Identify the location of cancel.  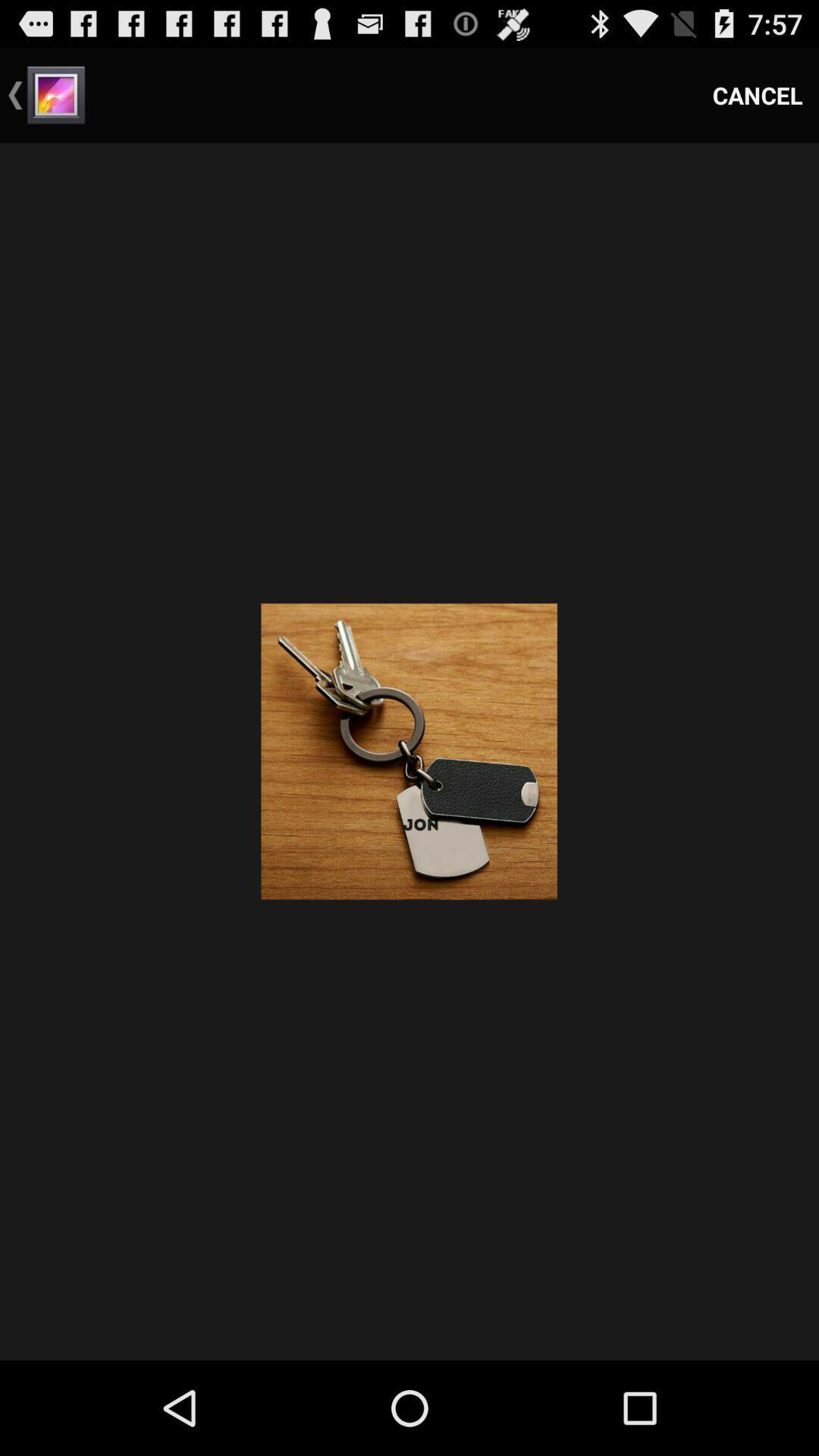
(758, 94).